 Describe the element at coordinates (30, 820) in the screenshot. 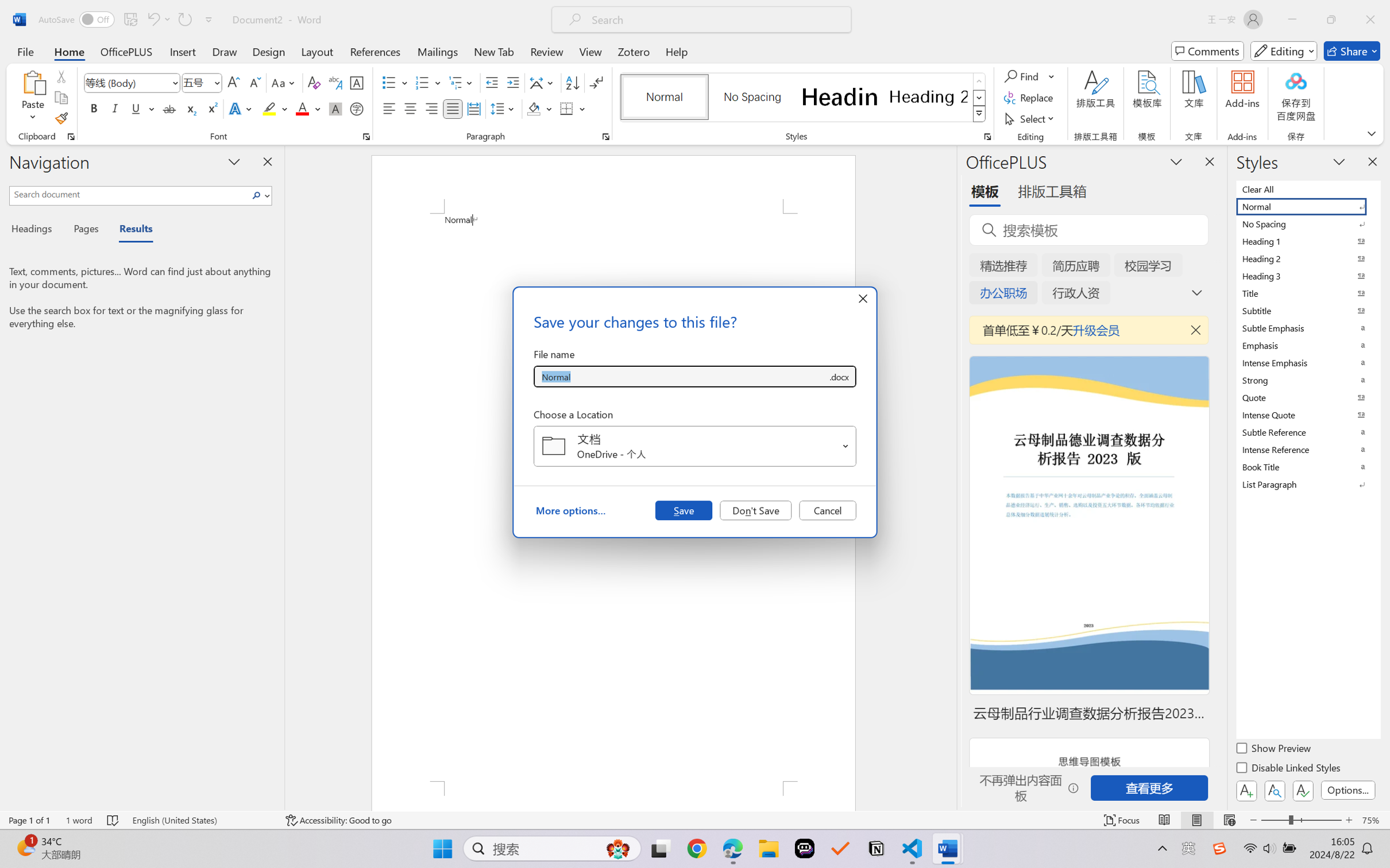

I see `'Page Number Page 1 of 1'` at that location.